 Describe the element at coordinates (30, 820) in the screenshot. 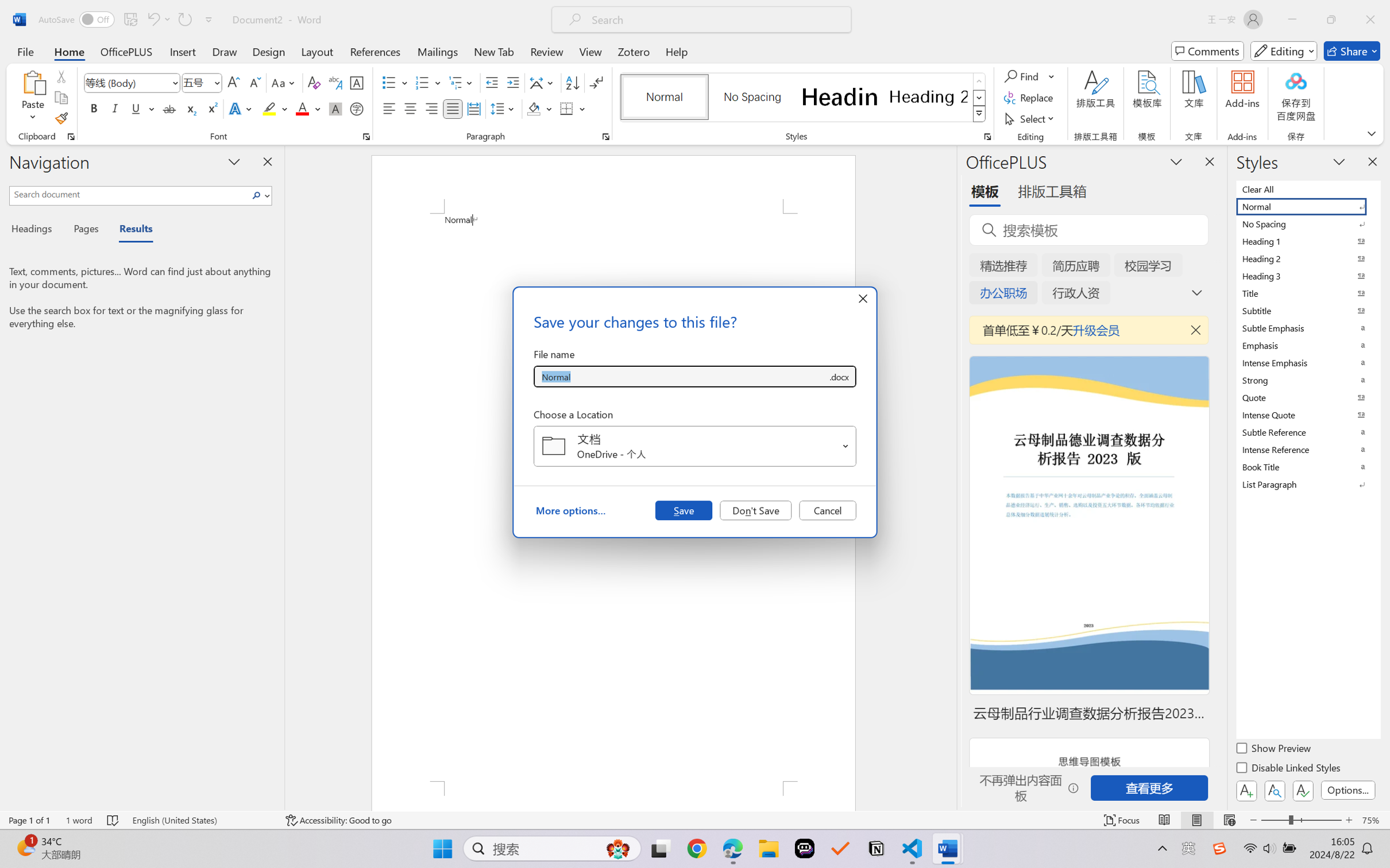

I see `'Page Number Page 1 of 1'` at that location.